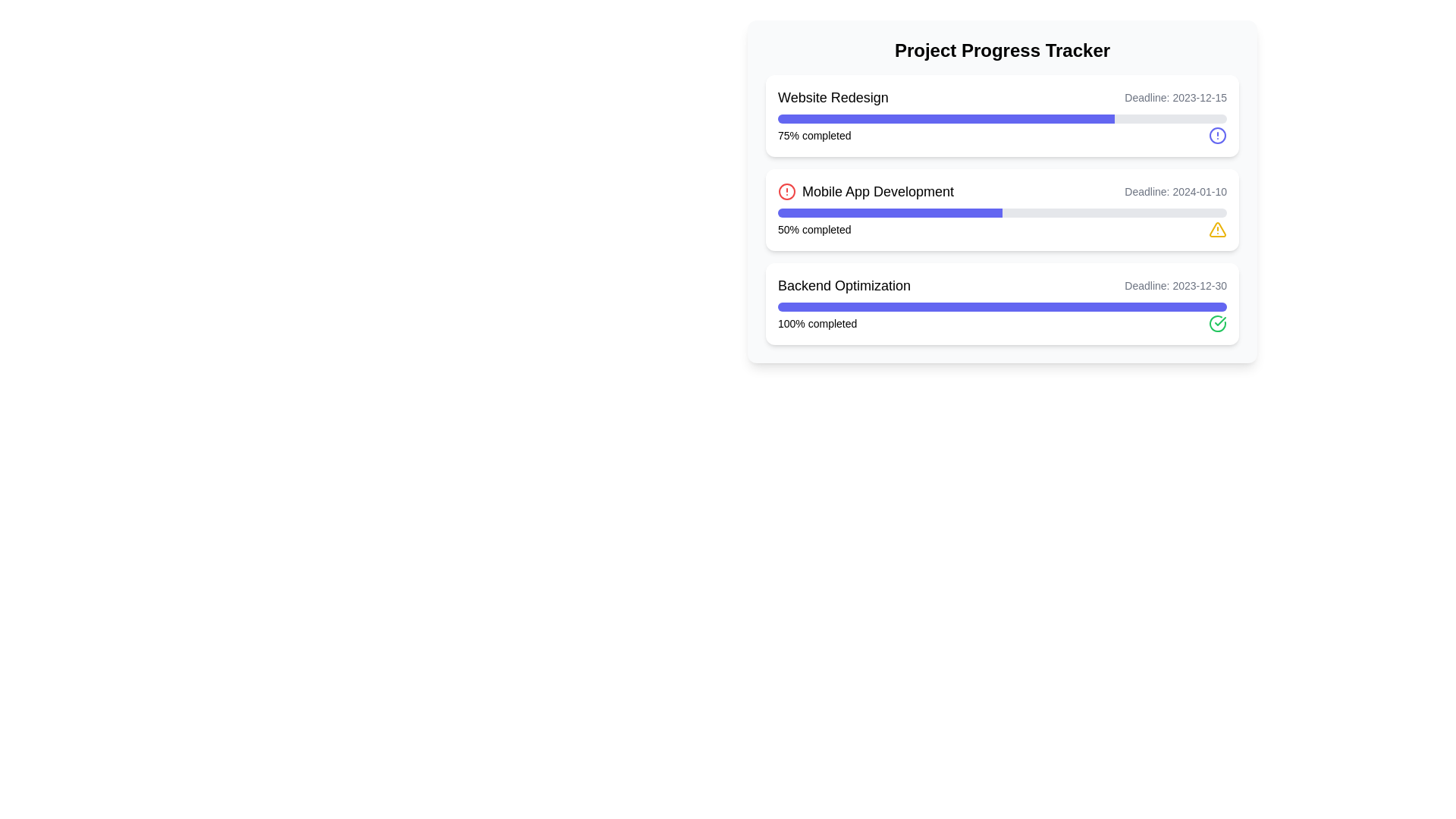 This screenshot has width=1456, height=819. What do you see at coordinates (843, 286) in the screenshot?
I see `text content of the 'Backend Optimization' label, which is a bold text element located in the bottom section of the UI list, above the 'Deadline: 2023-12-30'` at bounding box center [843, 286].